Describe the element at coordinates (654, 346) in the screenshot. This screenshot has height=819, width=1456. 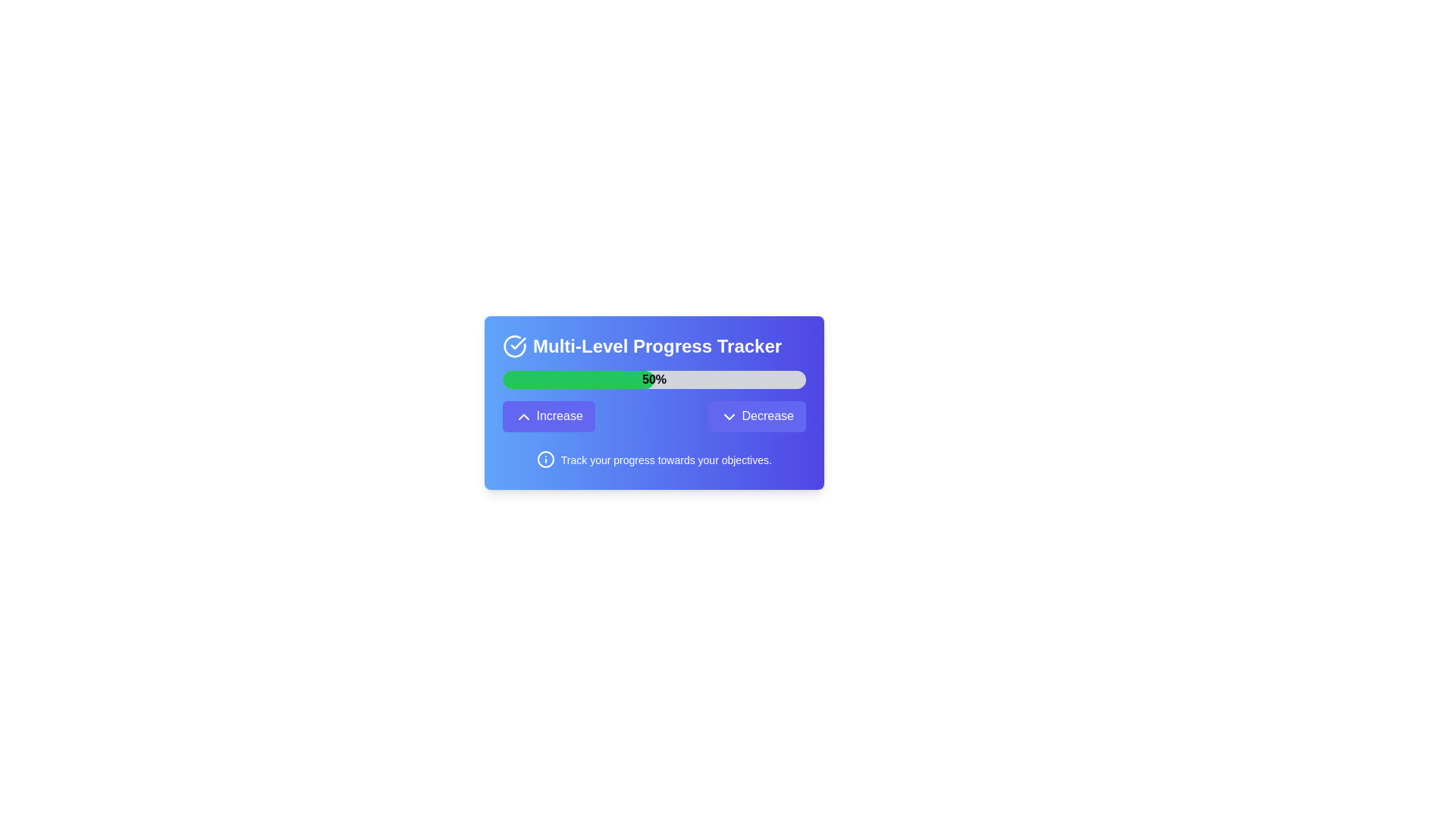
I see `the text heading 'Multi-Level Progress Tracker' with the circled checkmark icon` at that location.